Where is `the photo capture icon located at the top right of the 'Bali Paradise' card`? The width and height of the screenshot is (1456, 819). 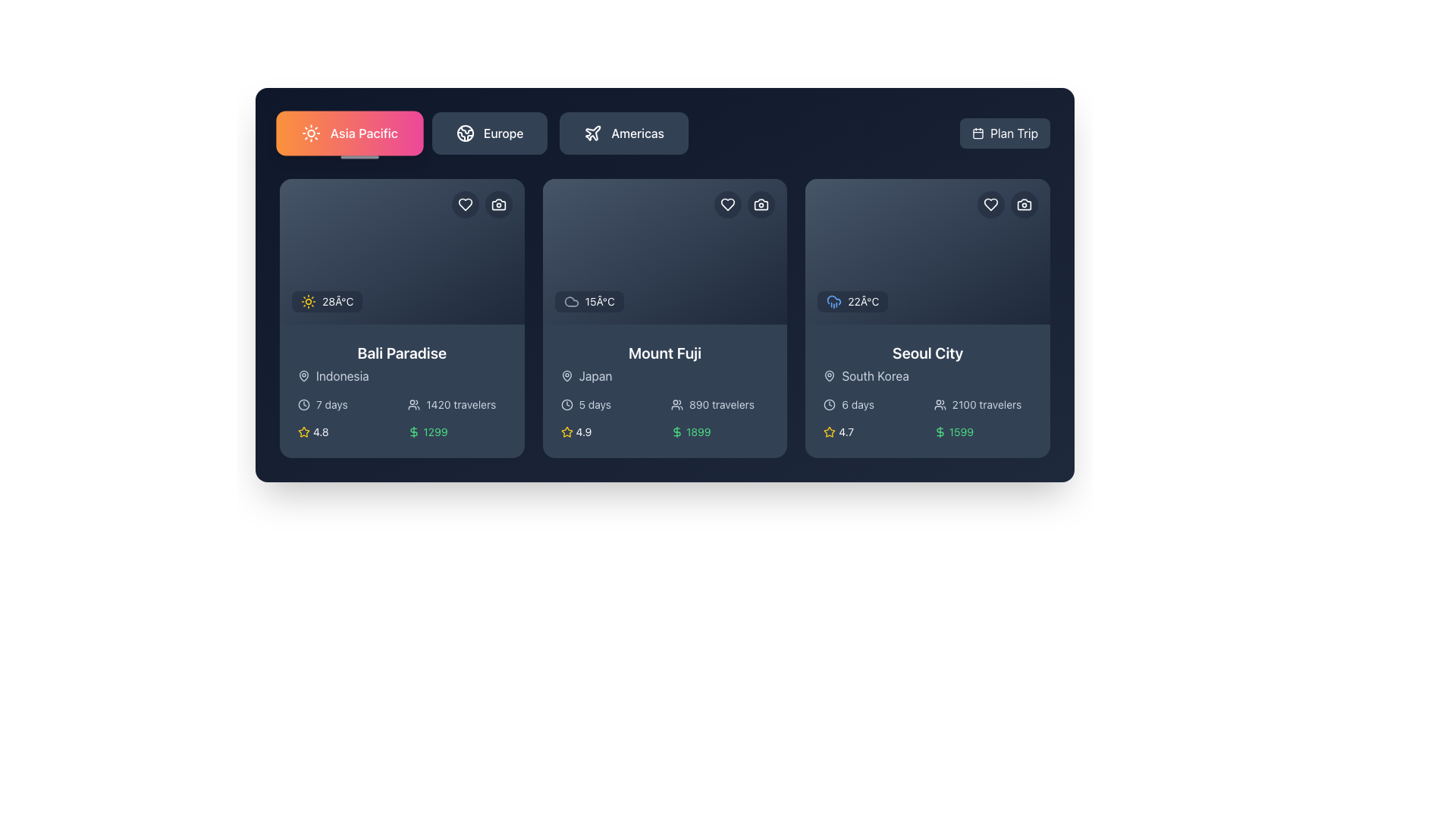
the photo capture icon located at the top right of the 'Bali Paradise' card is located at coordinates (498, 205).